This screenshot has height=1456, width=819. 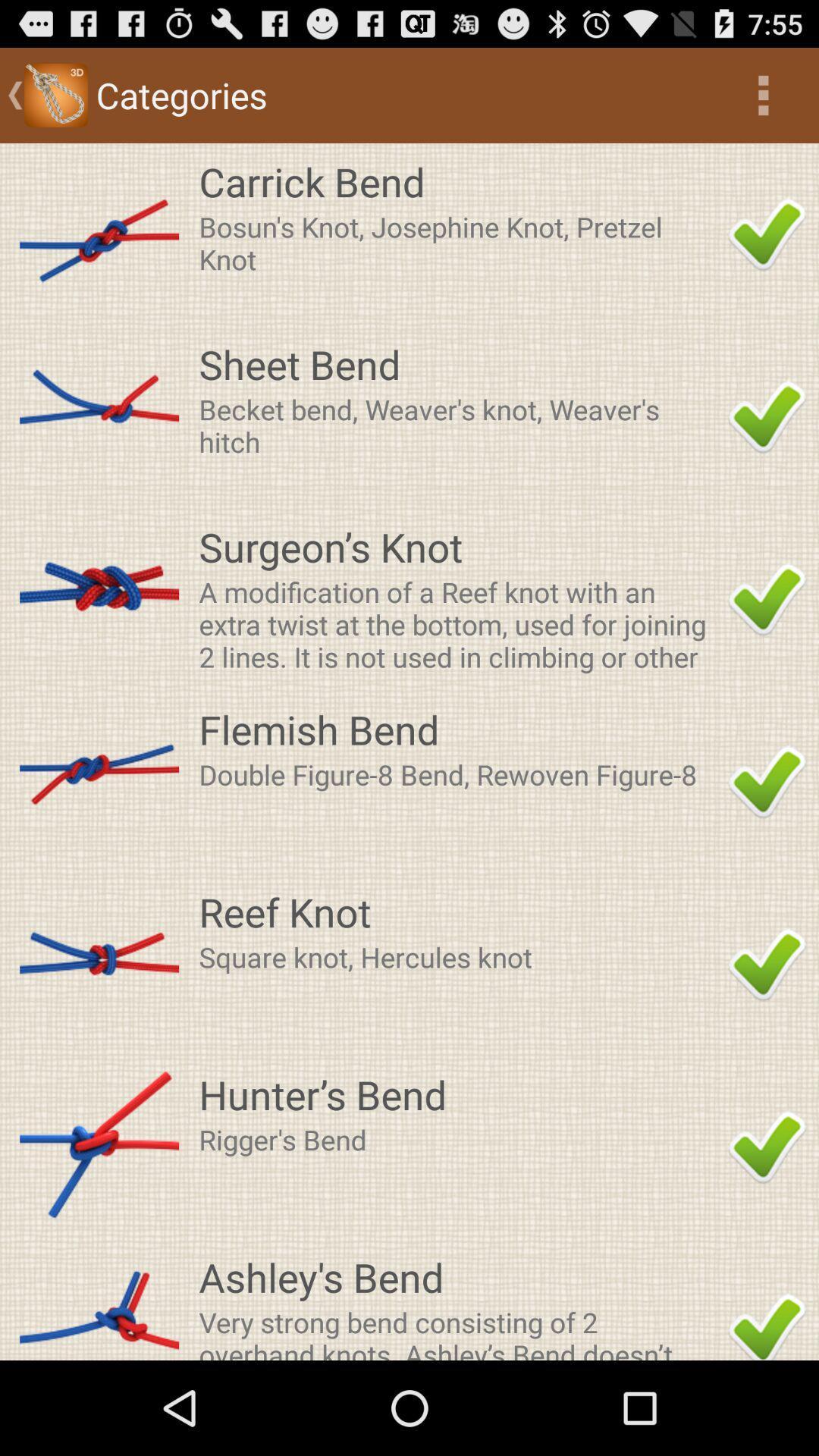 I want to click on flemish bend app, so click(x=458, y=729).